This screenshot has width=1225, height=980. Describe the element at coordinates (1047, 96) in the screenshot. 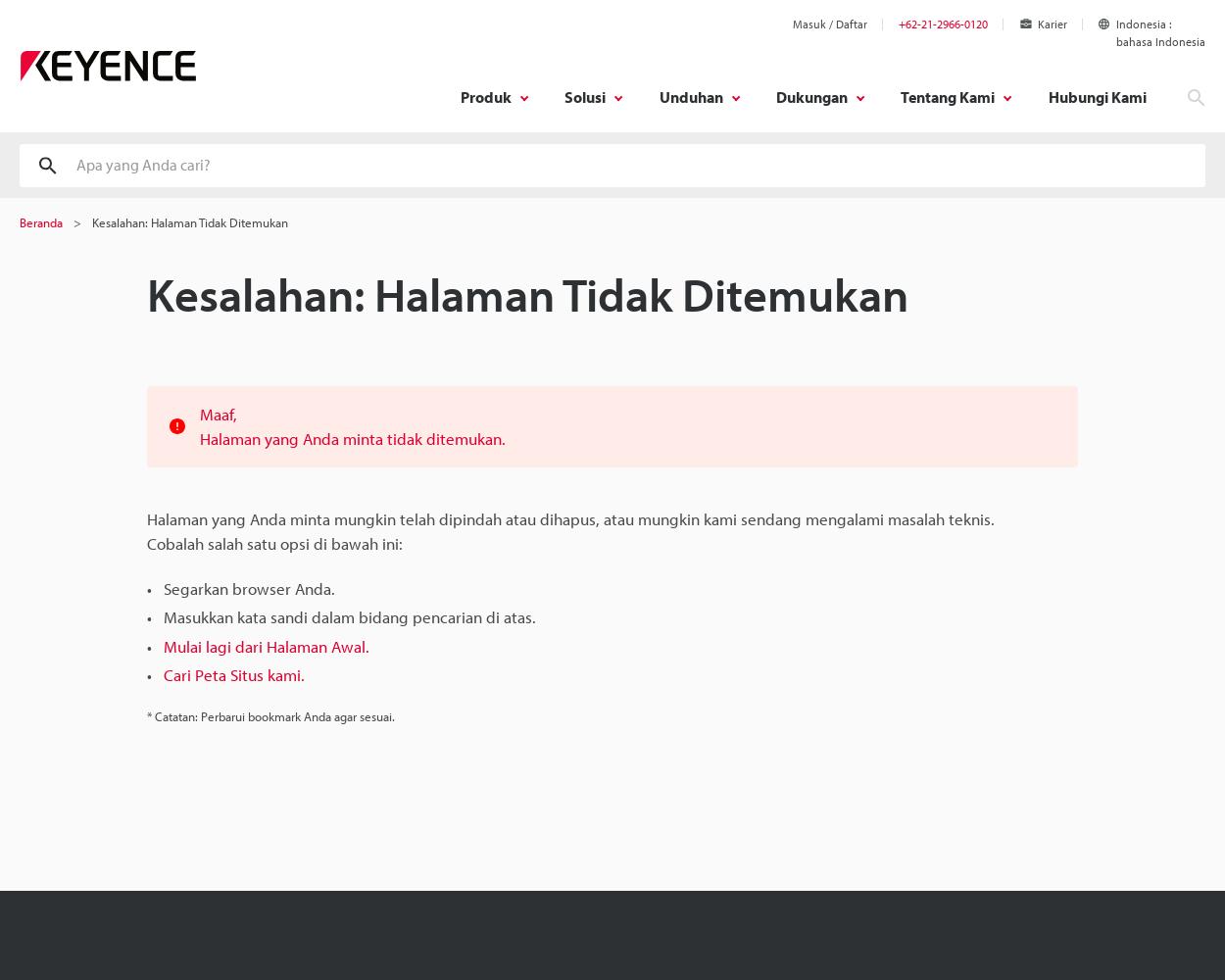

I see `'Hubungi Kami'` at that location.